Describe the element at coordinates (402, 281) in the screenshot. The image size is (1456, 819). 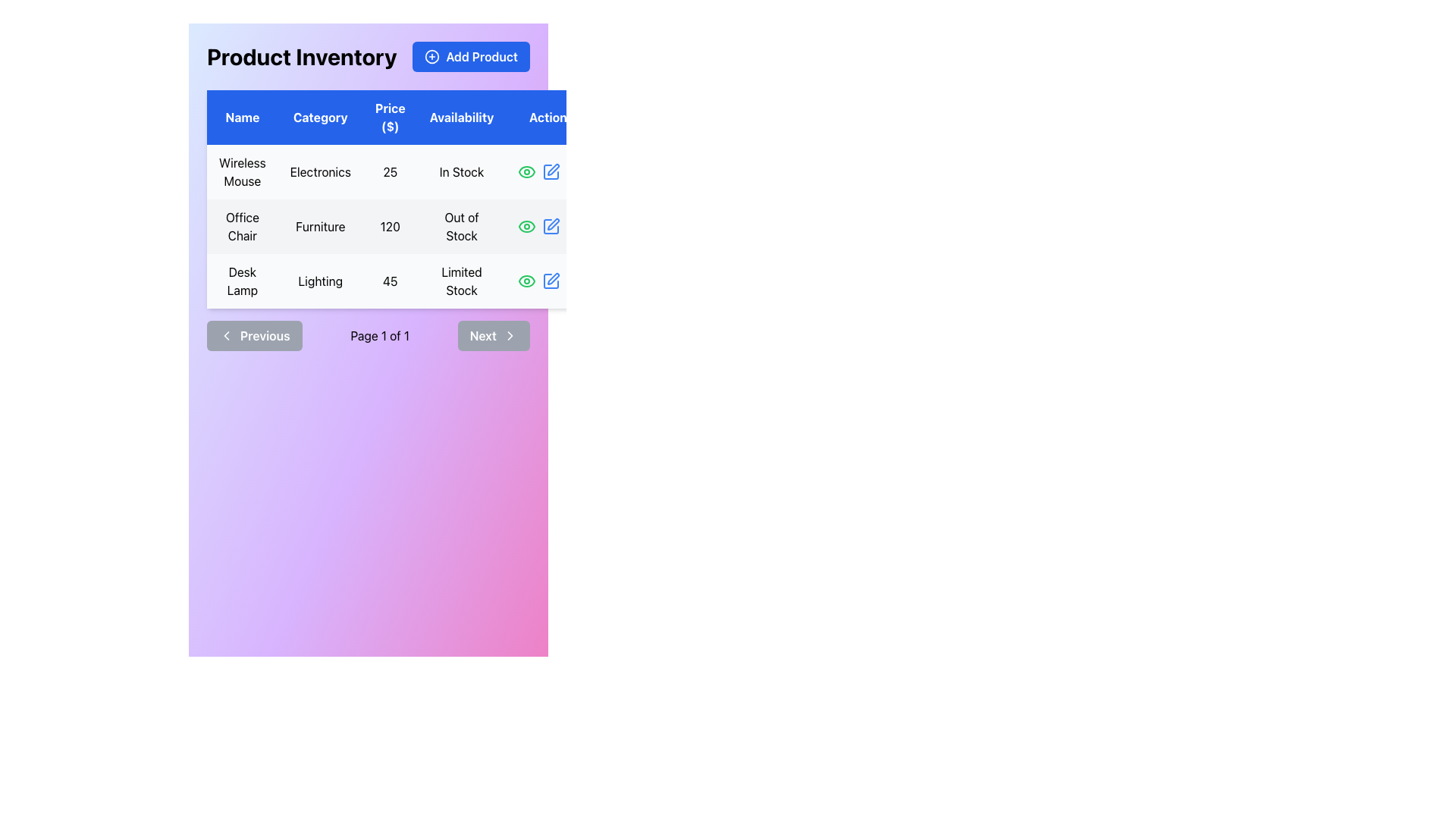
I see `the third row of the 'Product Inventory' table` at that location.